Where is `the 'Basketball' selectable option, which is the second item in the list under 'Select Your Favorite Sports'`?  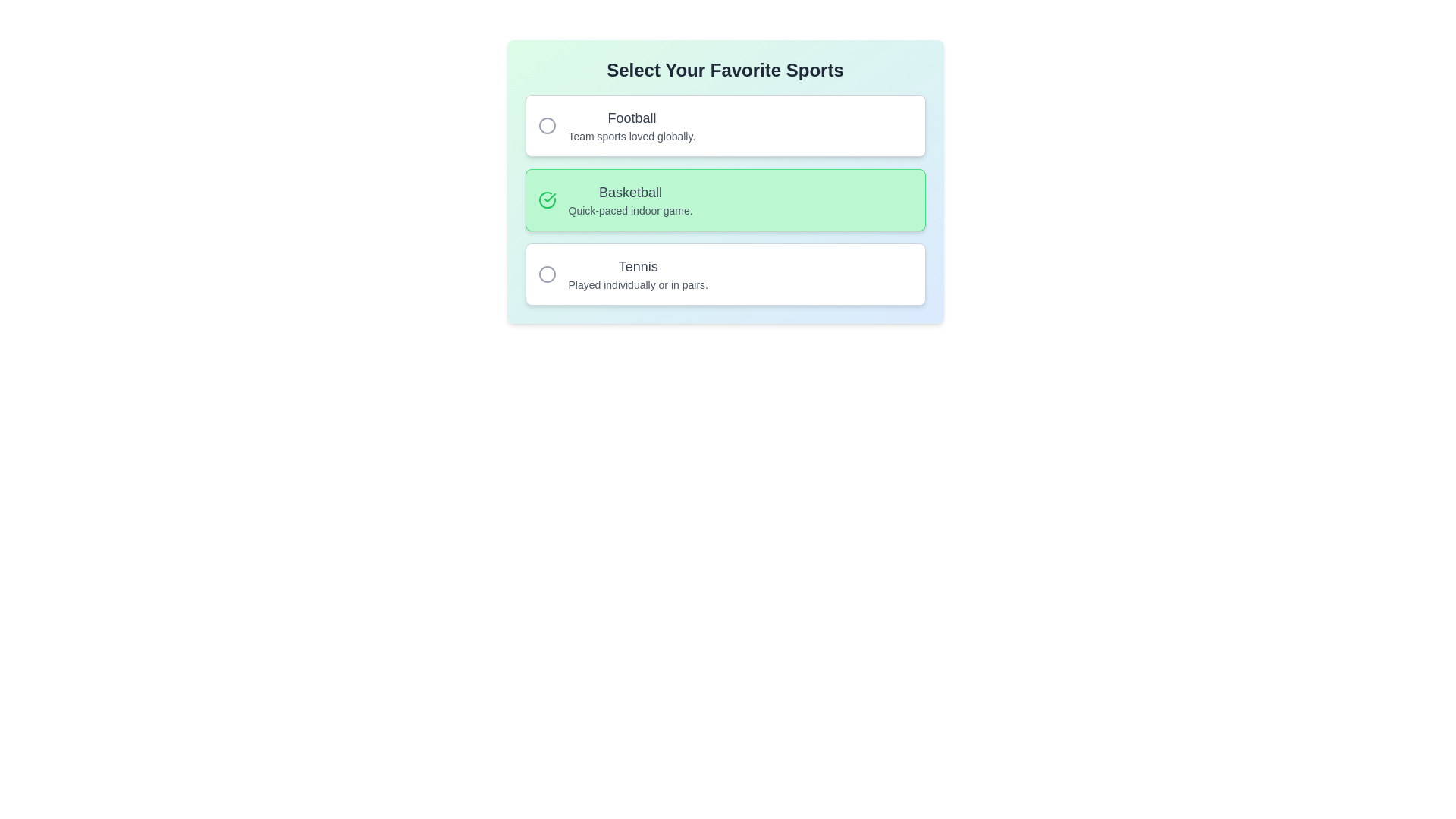 the 'Basketball' selectable option, which is the second item in the list under 'Select Your Favorite Sports' is located at coordinates (724, 199).